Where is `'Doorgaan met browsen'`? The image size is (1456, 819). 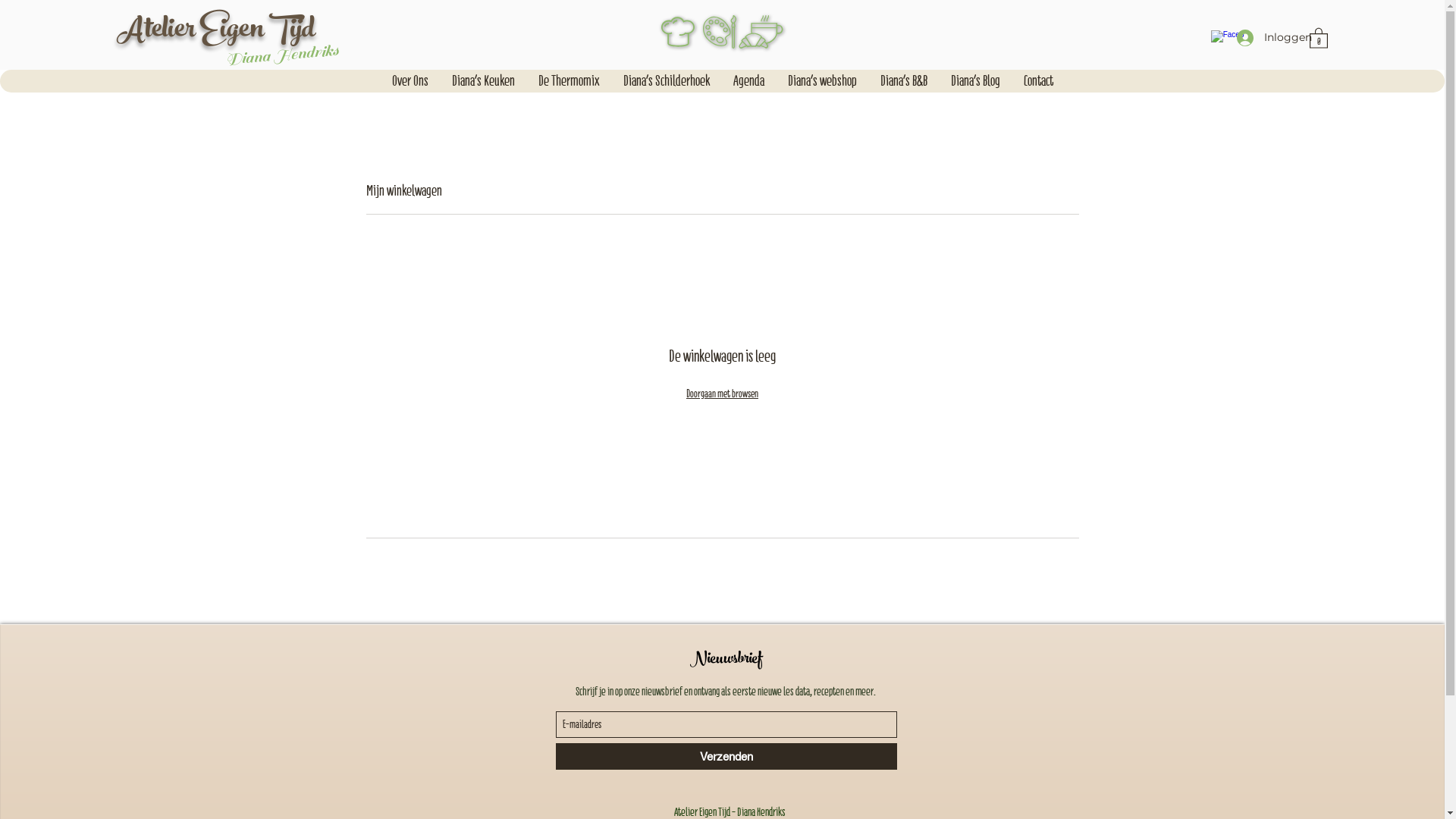
'Doorgaan met browsen' is located at coordinates (721, 393).